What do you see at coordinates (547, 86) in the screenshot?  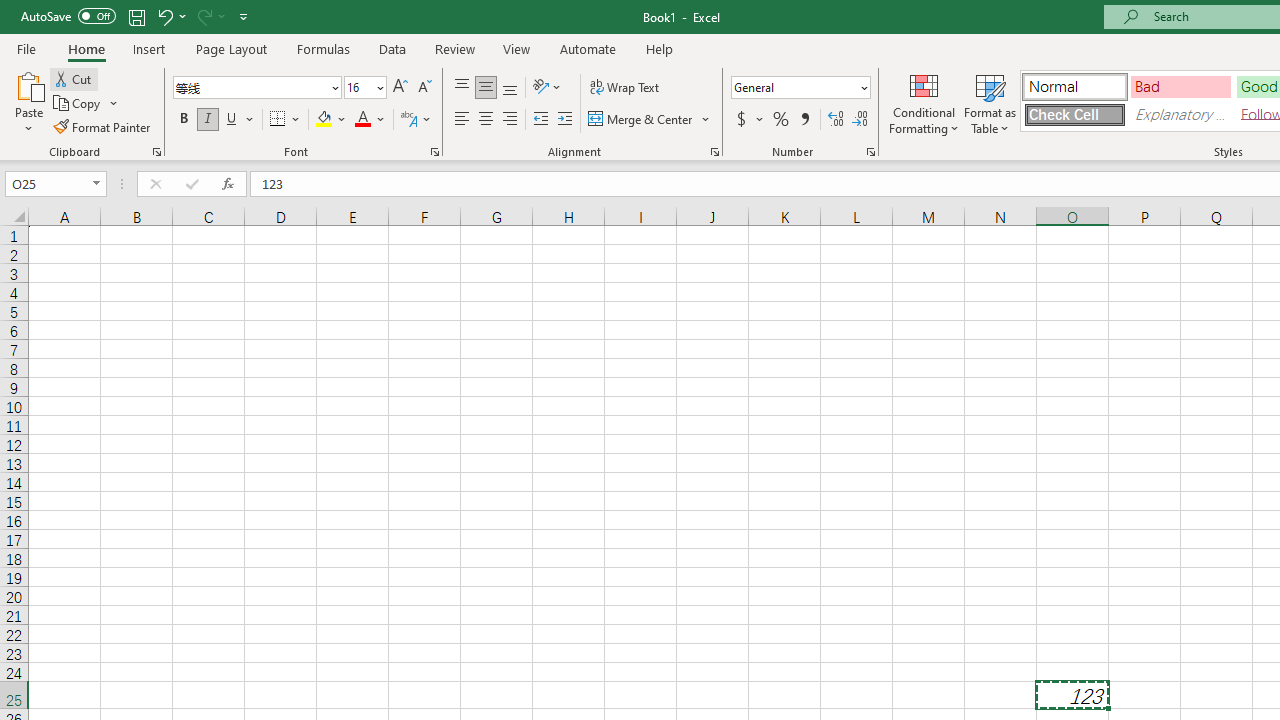 I see `'Orientation'` at bounding box center [547, 86].